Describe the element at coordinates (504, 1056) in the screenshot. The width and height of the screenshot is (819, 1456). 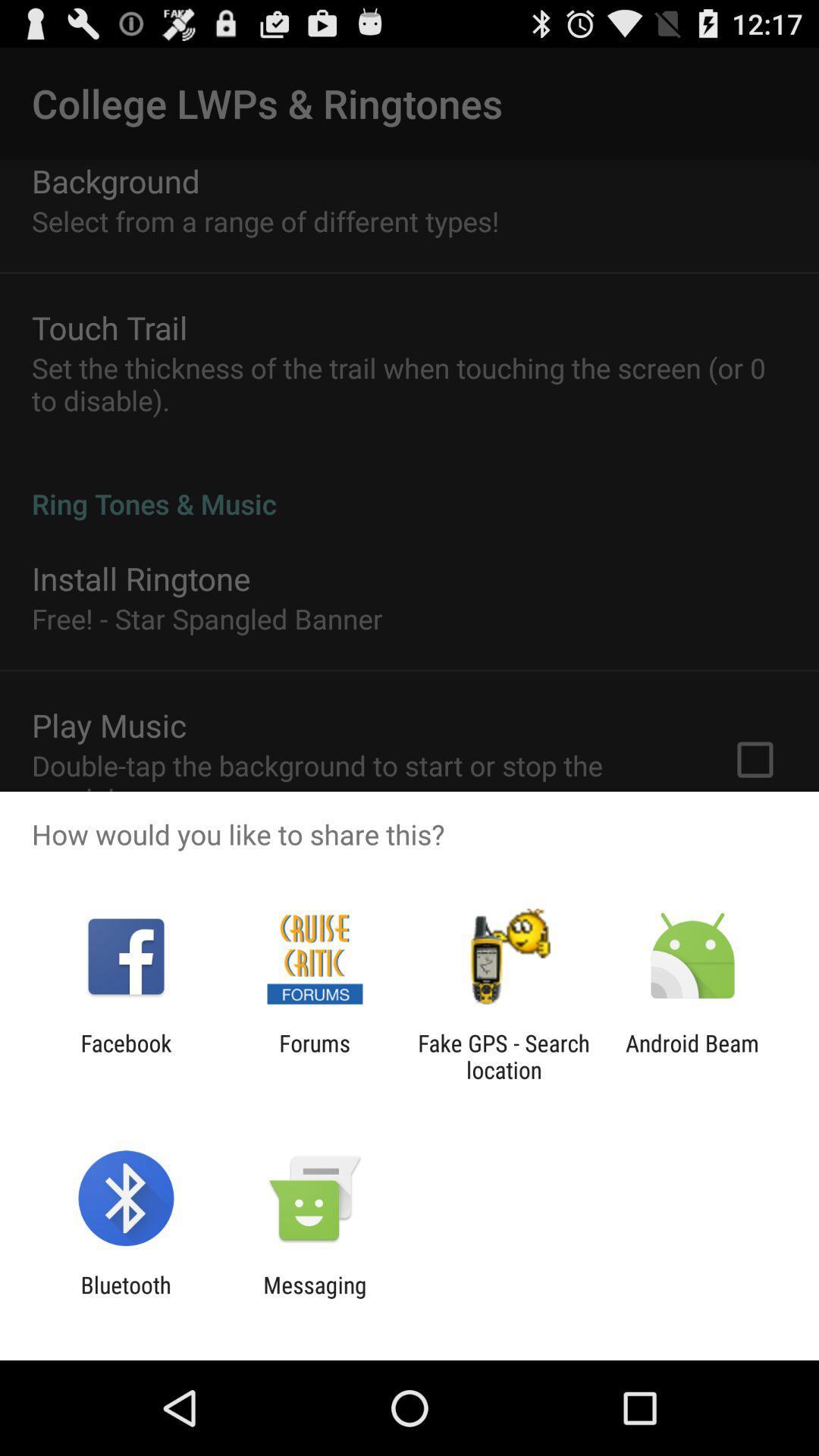
I see `the icon to the left of the android beam` at that location.